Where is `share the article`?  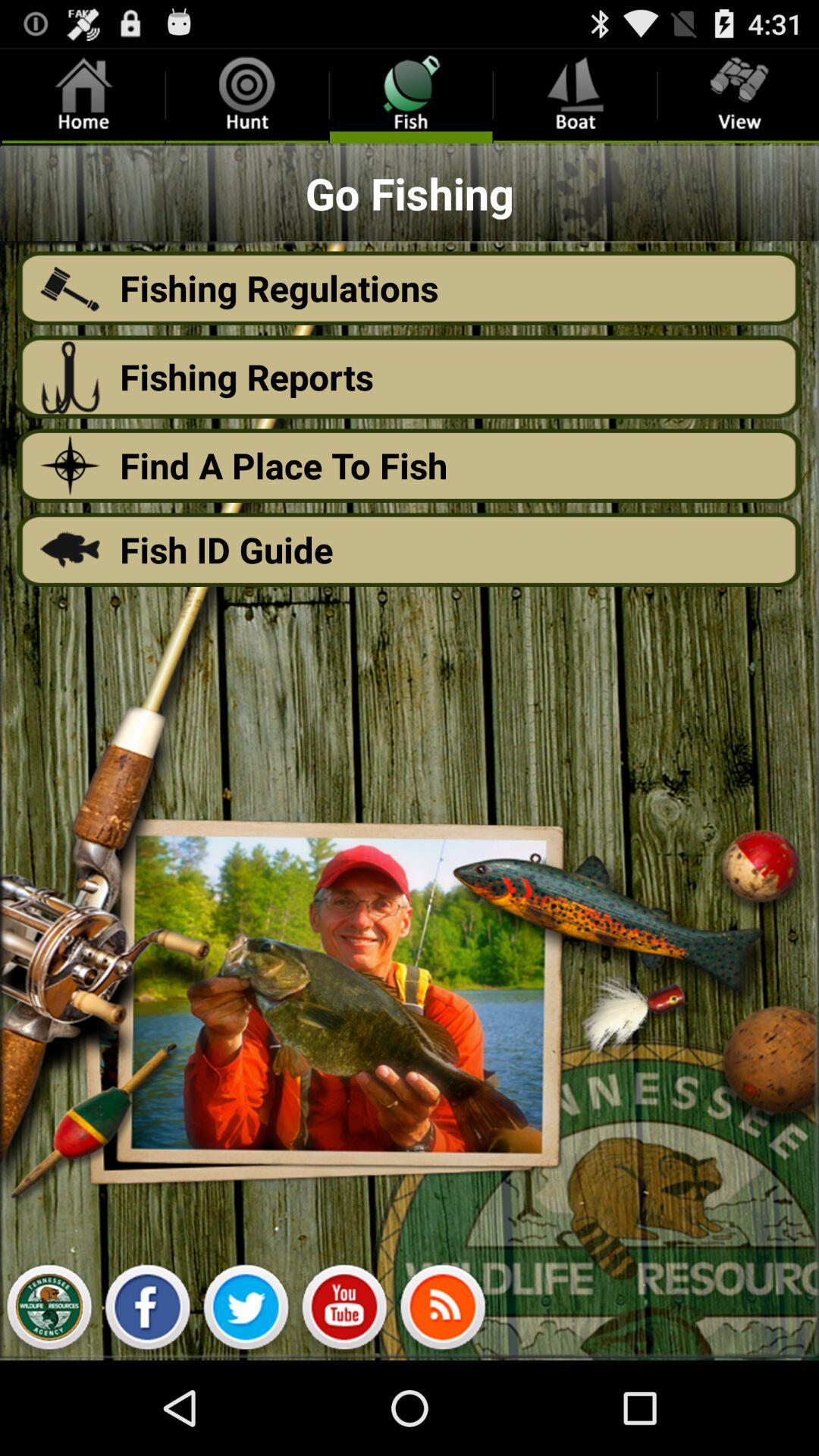
share the article is located at coordinates (147, 1310).